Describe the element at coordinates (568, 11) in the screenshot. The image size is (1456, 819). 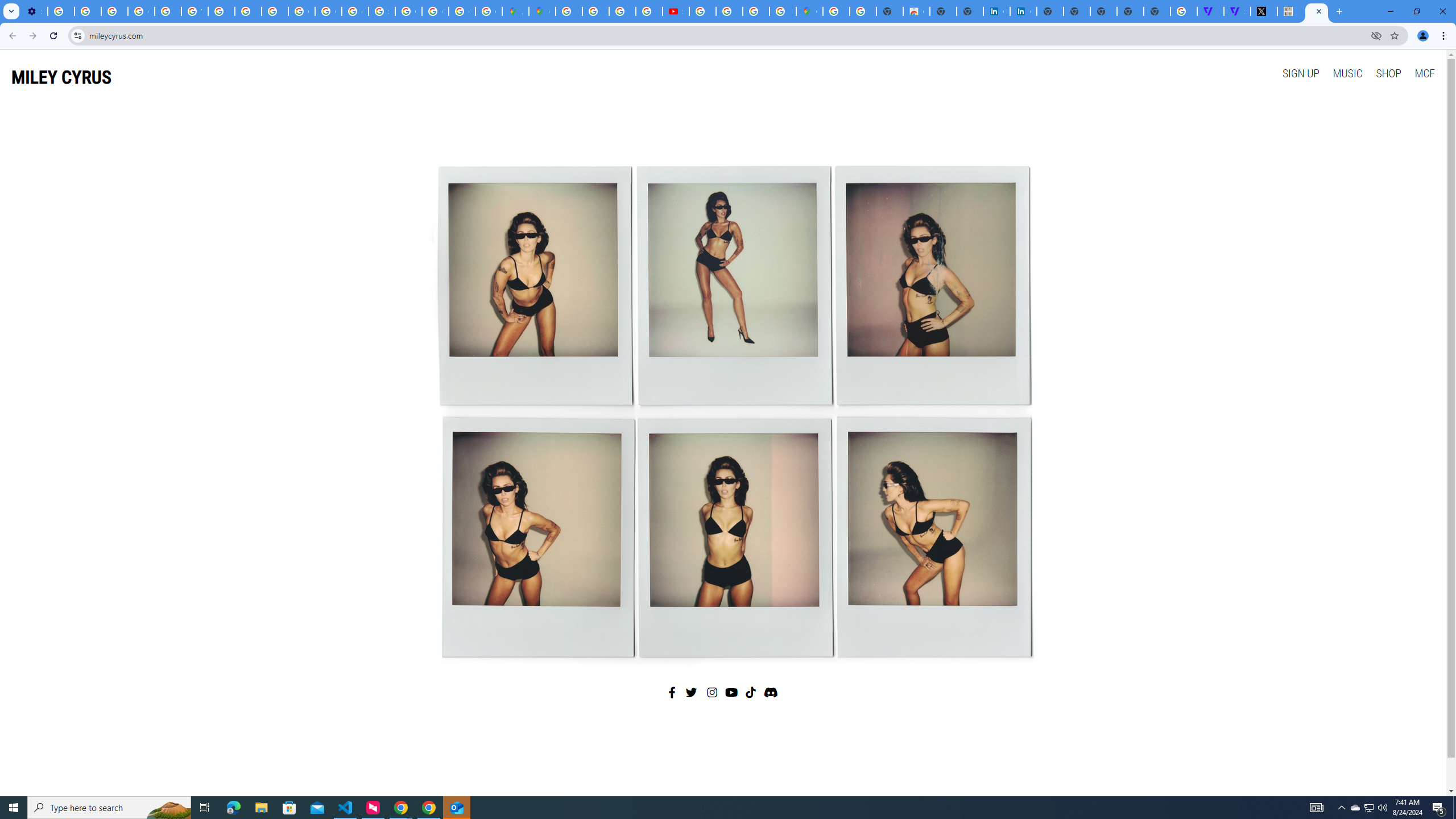
I see `'Blogger Policies and Guidelines - Transparency Center'` at that location.